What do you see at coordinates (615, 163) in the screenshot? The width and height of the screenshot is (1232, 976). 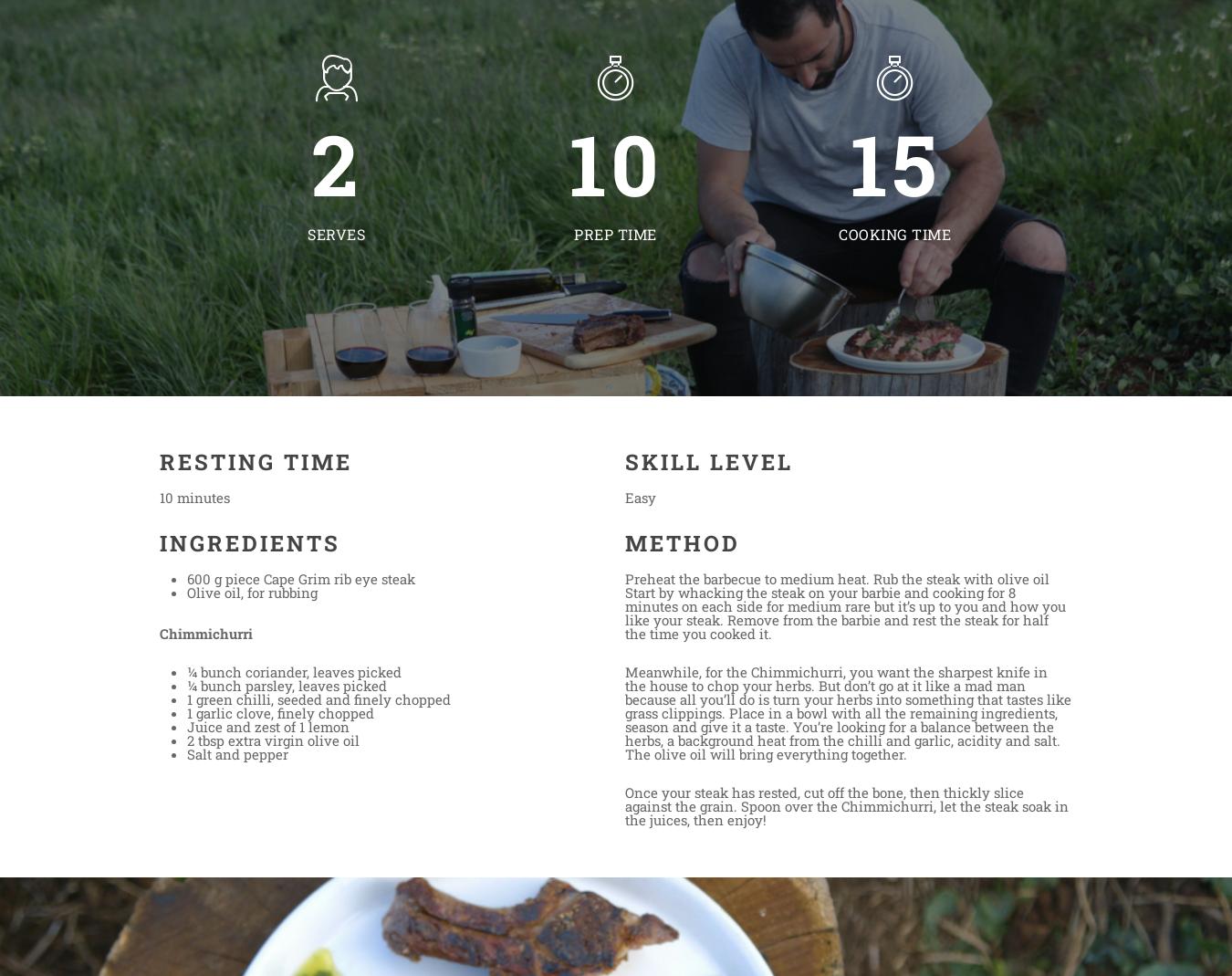 I see `'10'` at bounding box center [615, 163].